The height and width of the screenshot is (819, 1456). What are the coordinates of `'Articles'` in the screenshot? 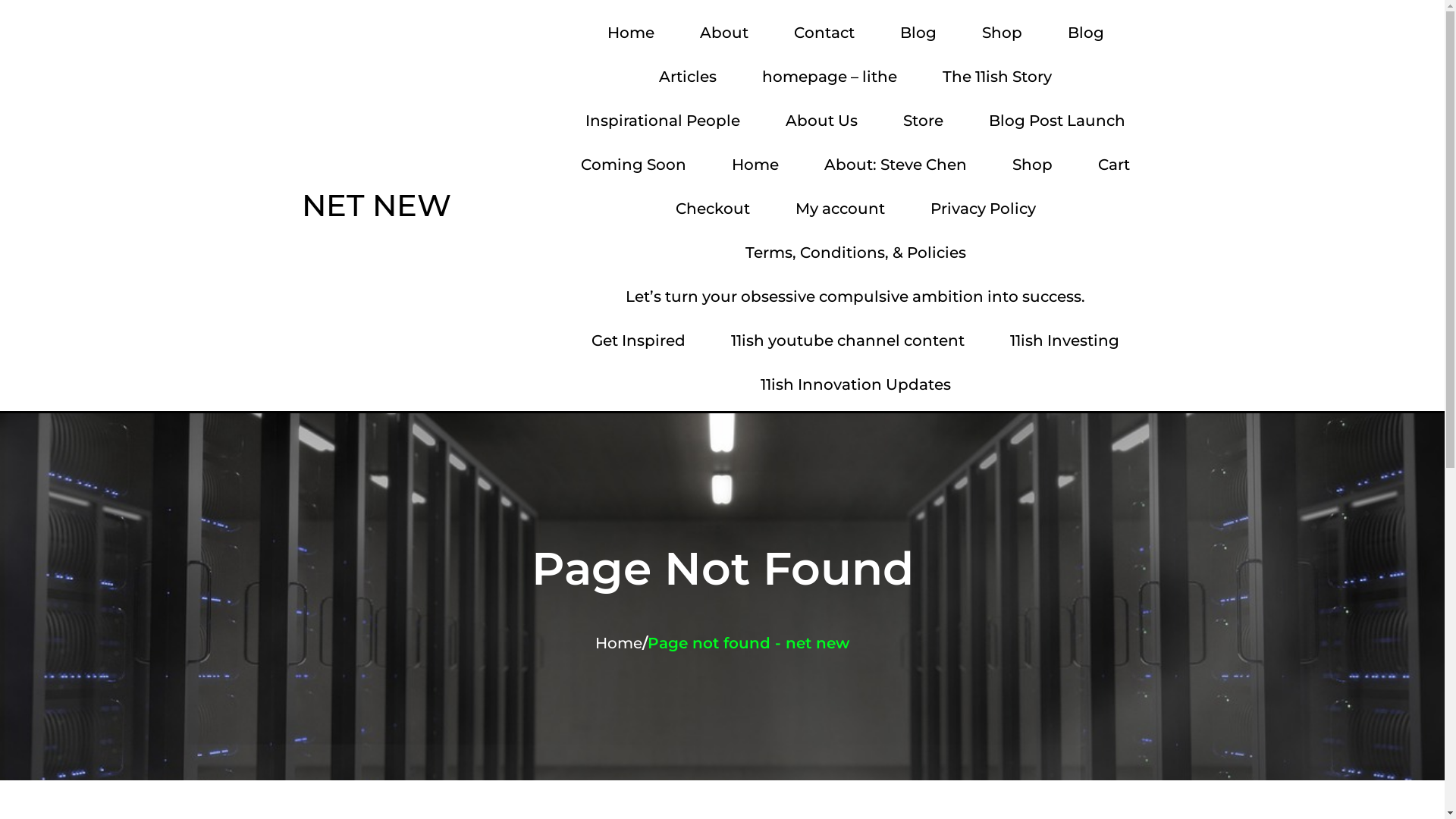 It's located at (687, 76).